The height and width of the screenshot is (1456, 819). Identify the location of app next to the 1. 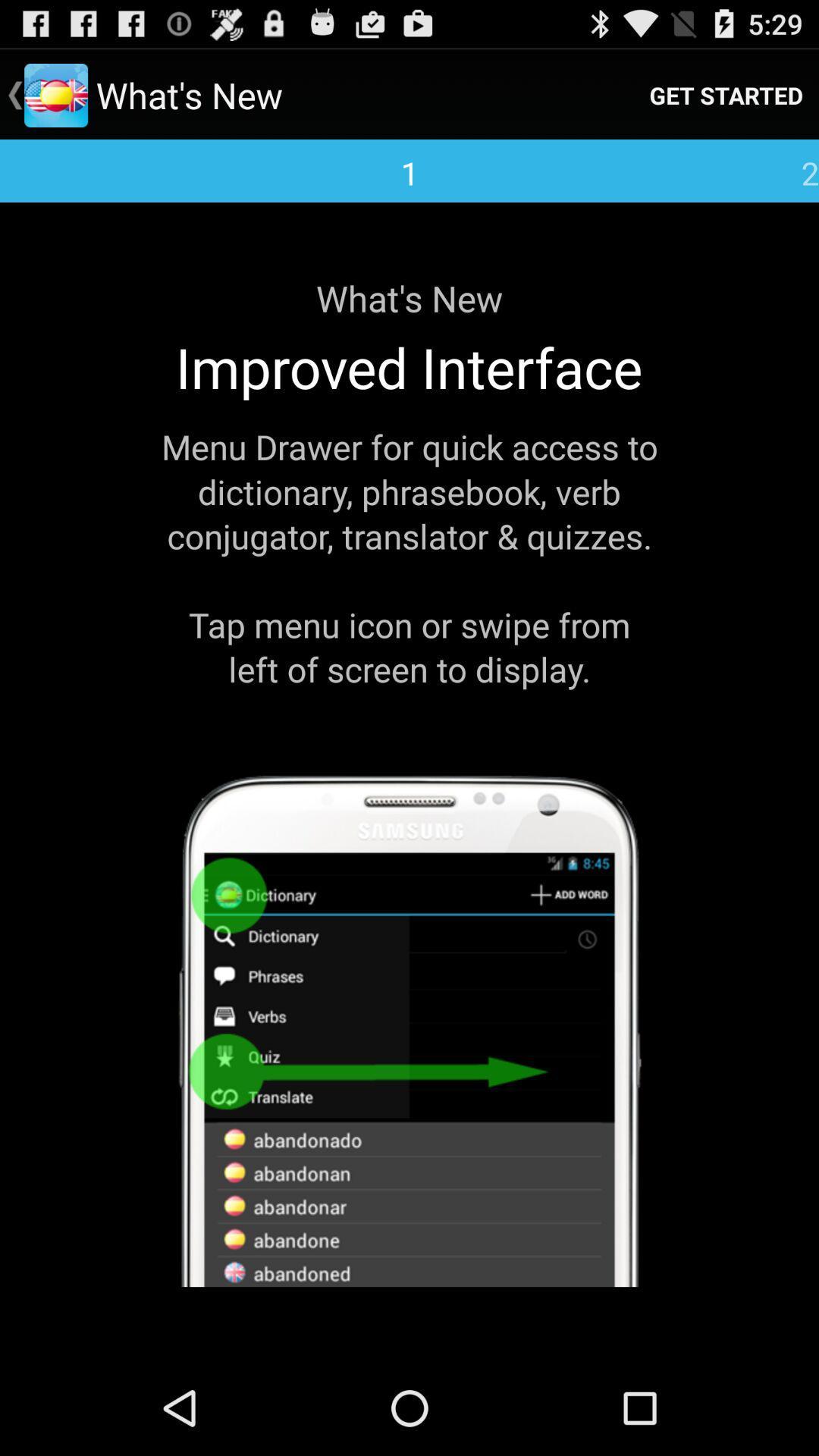
(725, 94).